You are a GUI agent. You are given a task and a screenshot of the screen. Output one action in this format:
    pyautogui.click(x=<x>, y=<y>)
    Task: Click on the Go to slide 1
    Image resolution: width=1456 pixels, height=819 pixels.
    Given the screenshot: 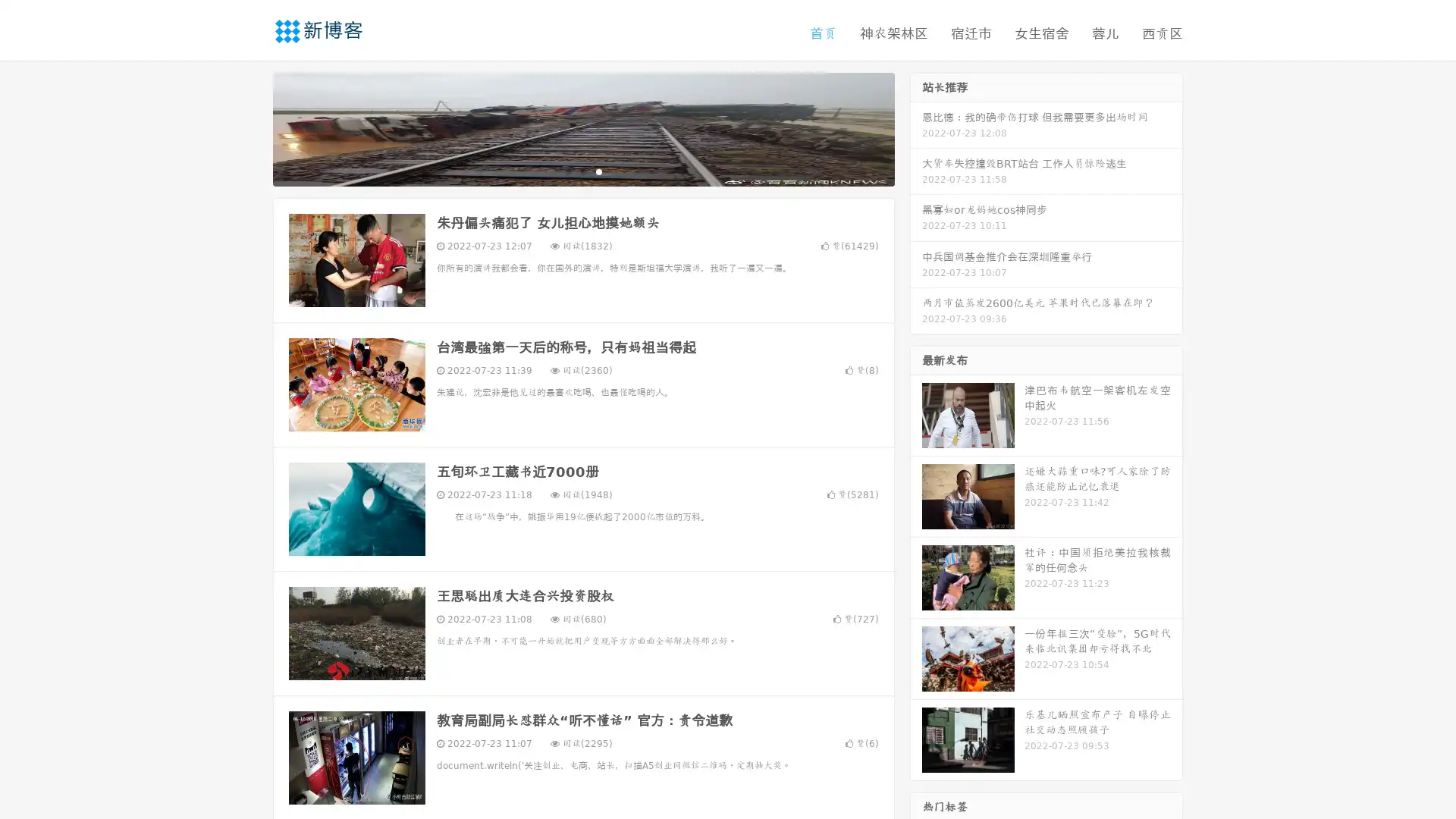 What is the action you would take?
    pyautogui.click(x=567, y=171)
    